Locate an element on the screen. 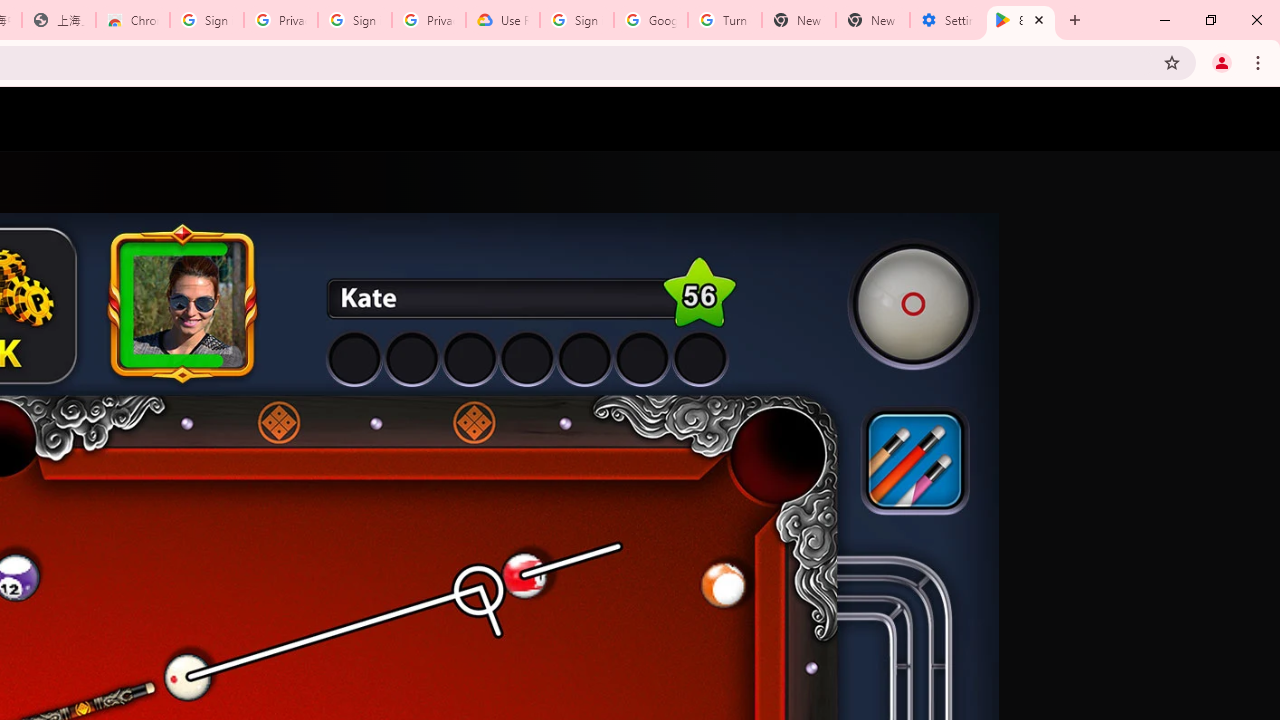 The width and height of the screenshot is (1280, 720). 'New Tab' is located at coordinates (872, 20).